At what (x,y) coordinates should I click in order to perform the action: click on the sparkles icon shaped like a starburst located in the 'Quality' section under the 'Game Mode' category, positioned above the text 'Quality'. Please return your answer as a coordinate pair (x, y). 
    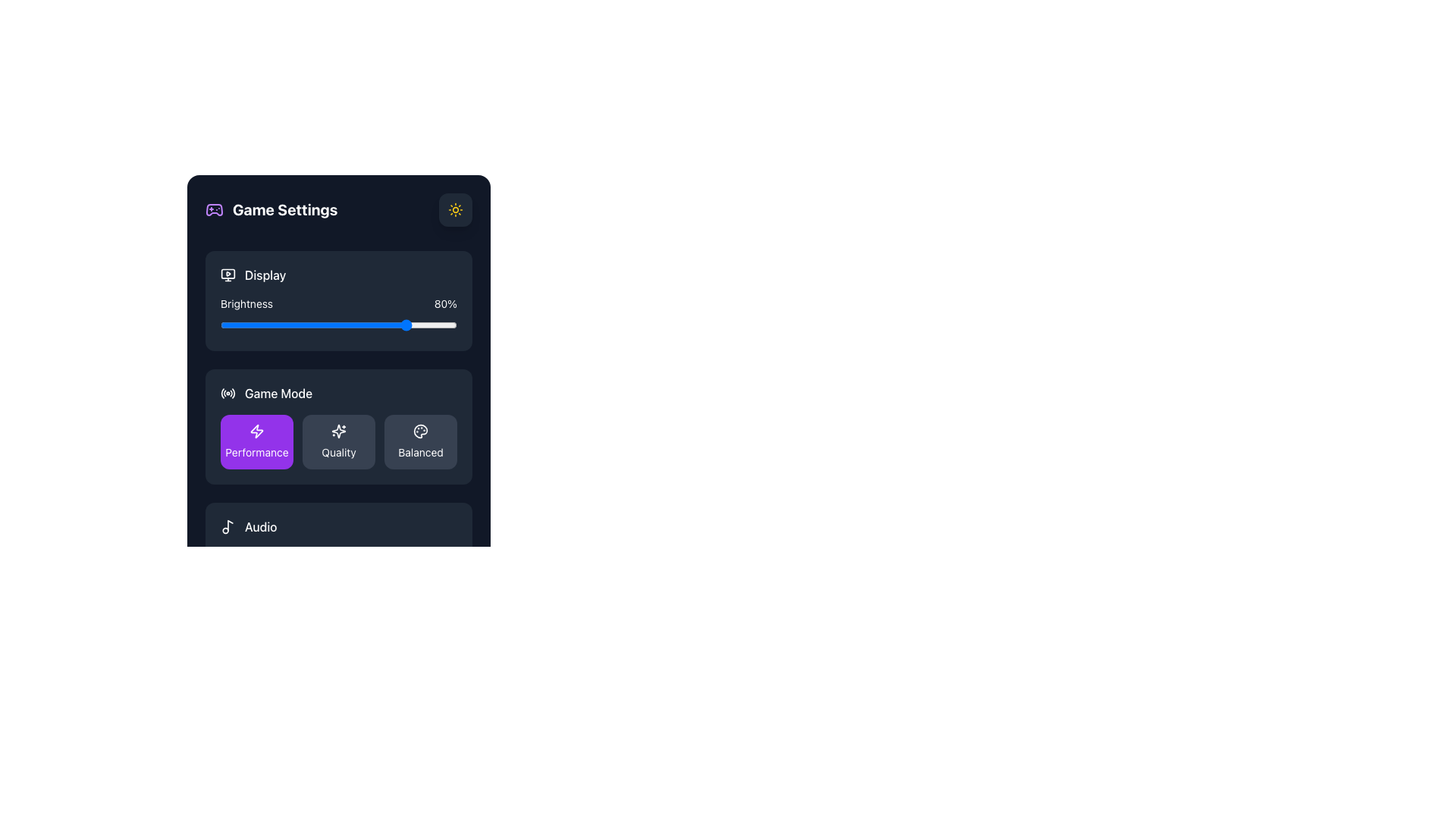
    Looking at the image, I should click on (337, 431).